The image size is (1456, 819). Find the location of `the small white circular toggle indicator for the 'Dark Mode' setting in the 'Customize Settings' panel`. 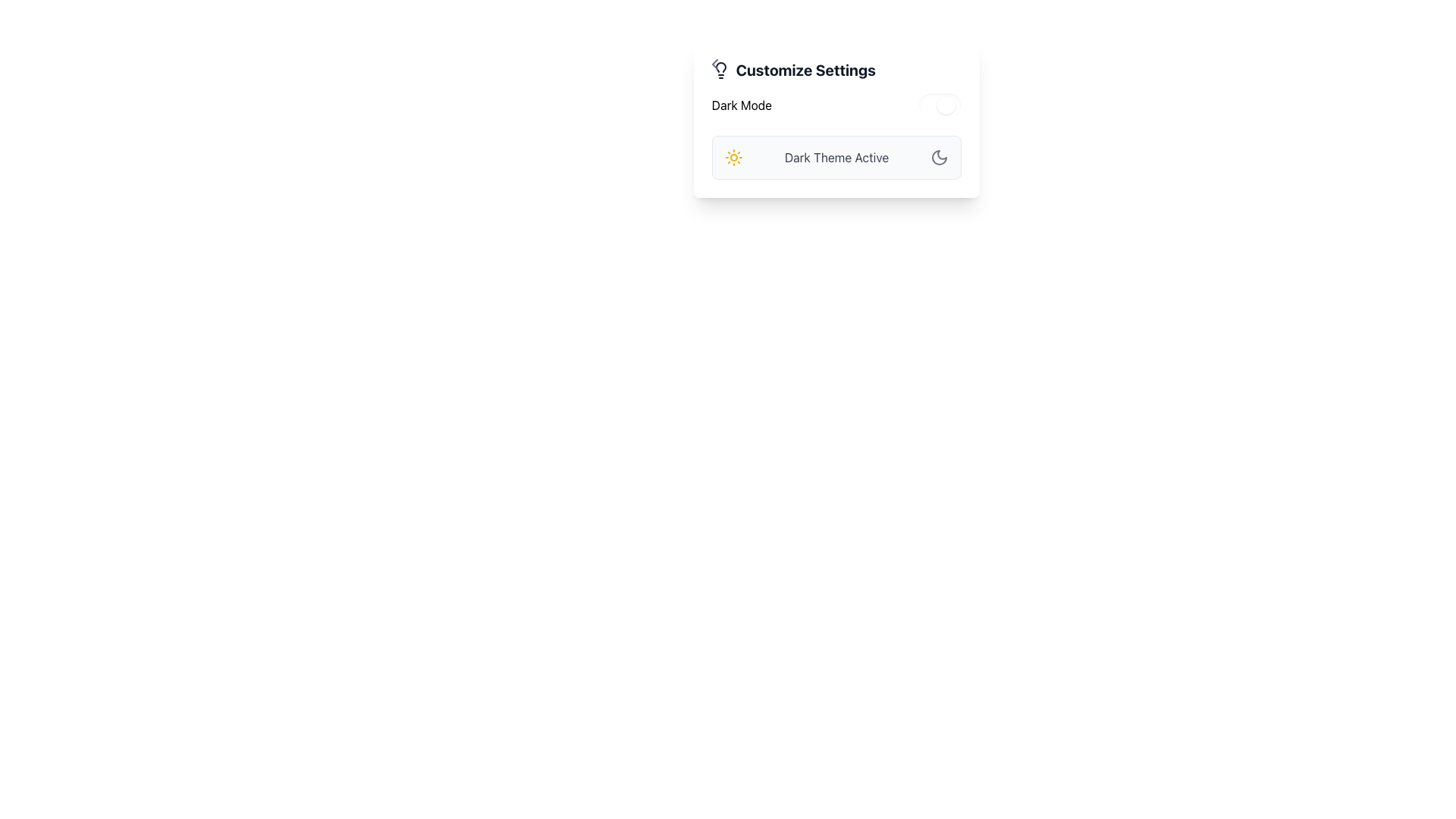

the small white circular toggle indicator for the 'Dark Mode' setting in the 'Customize Settings' panel is located at coordinates (946, 104).